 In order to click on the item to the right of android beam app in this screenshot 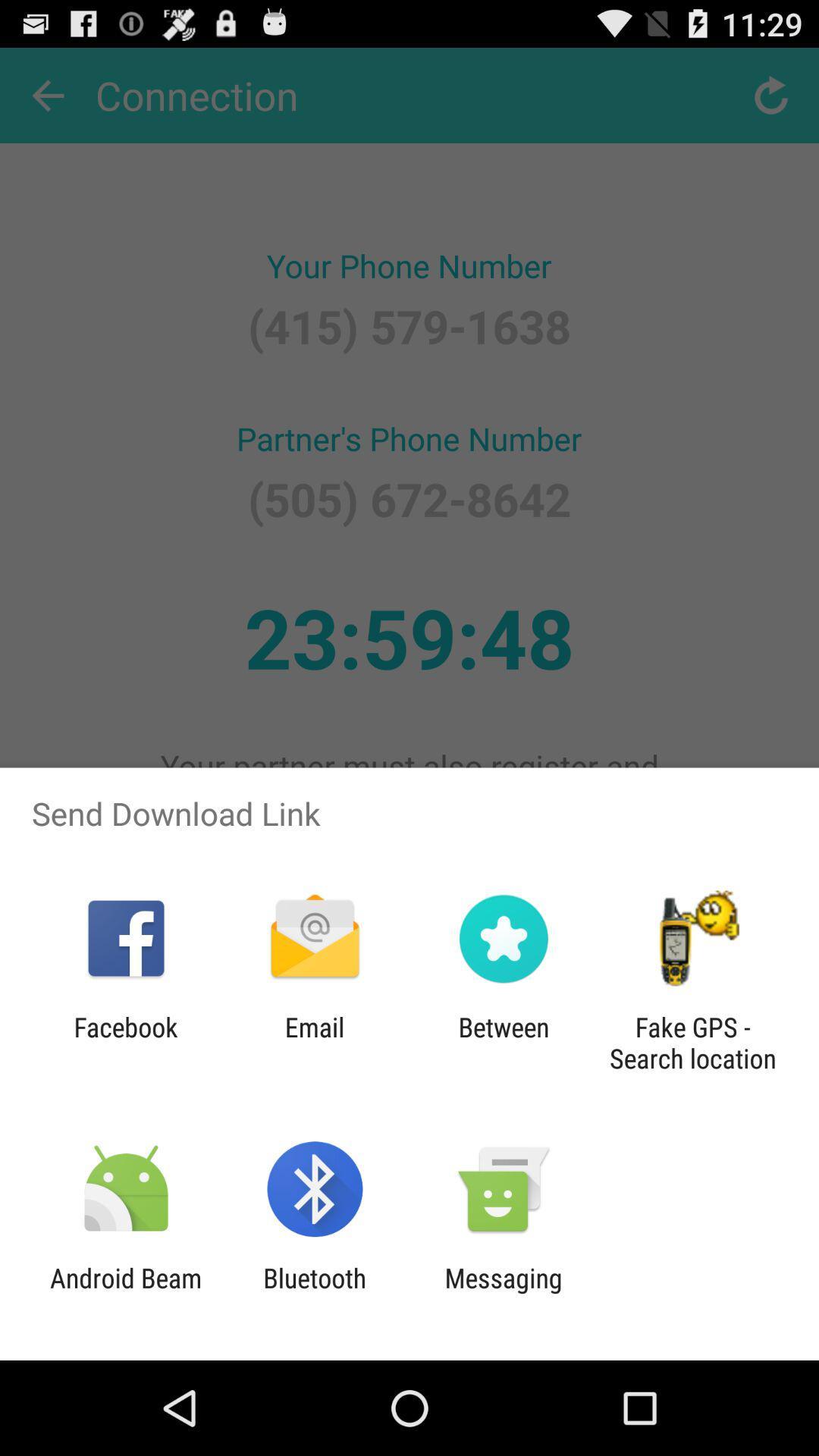, I will do `click(314, 1293)`.